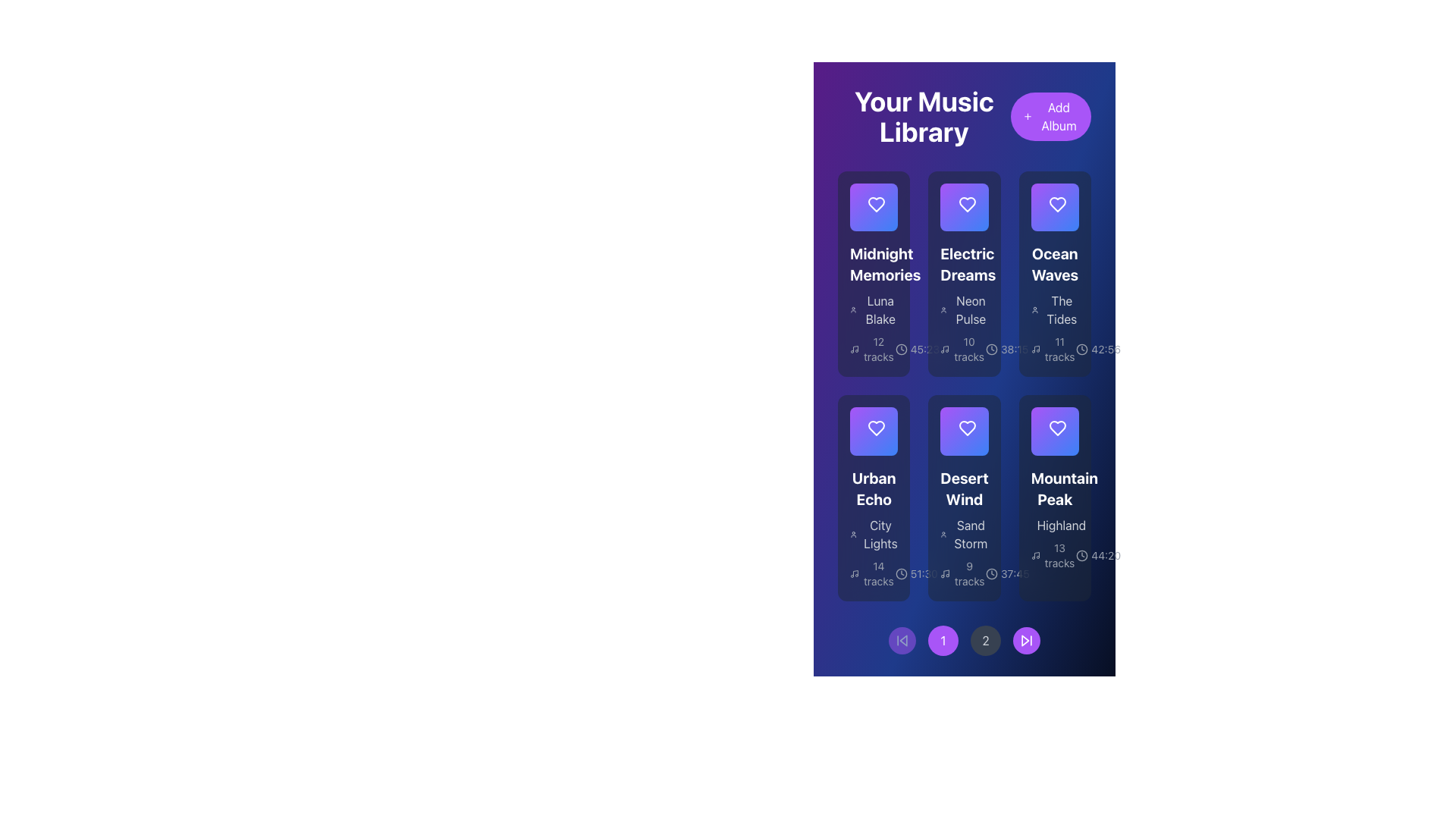  What do you see at coordinates (964, 488) in the screenshot?
I see `the 'Desert Wind' music album title text located at the top of its module to copy it` at bounding box center [964, 488].